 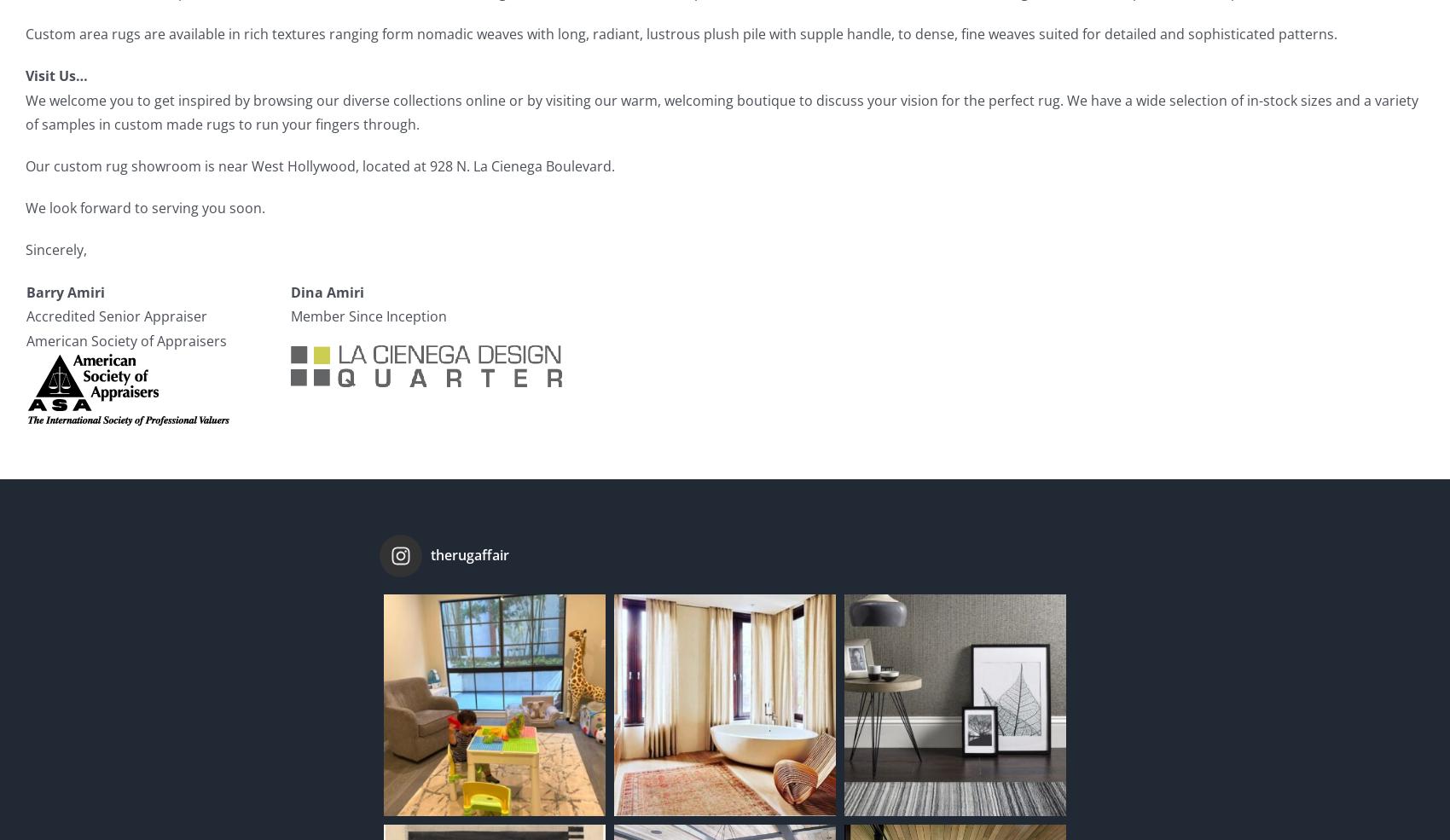 I want to click on 'American Society of Appraisers', so click(x=125, y=340).